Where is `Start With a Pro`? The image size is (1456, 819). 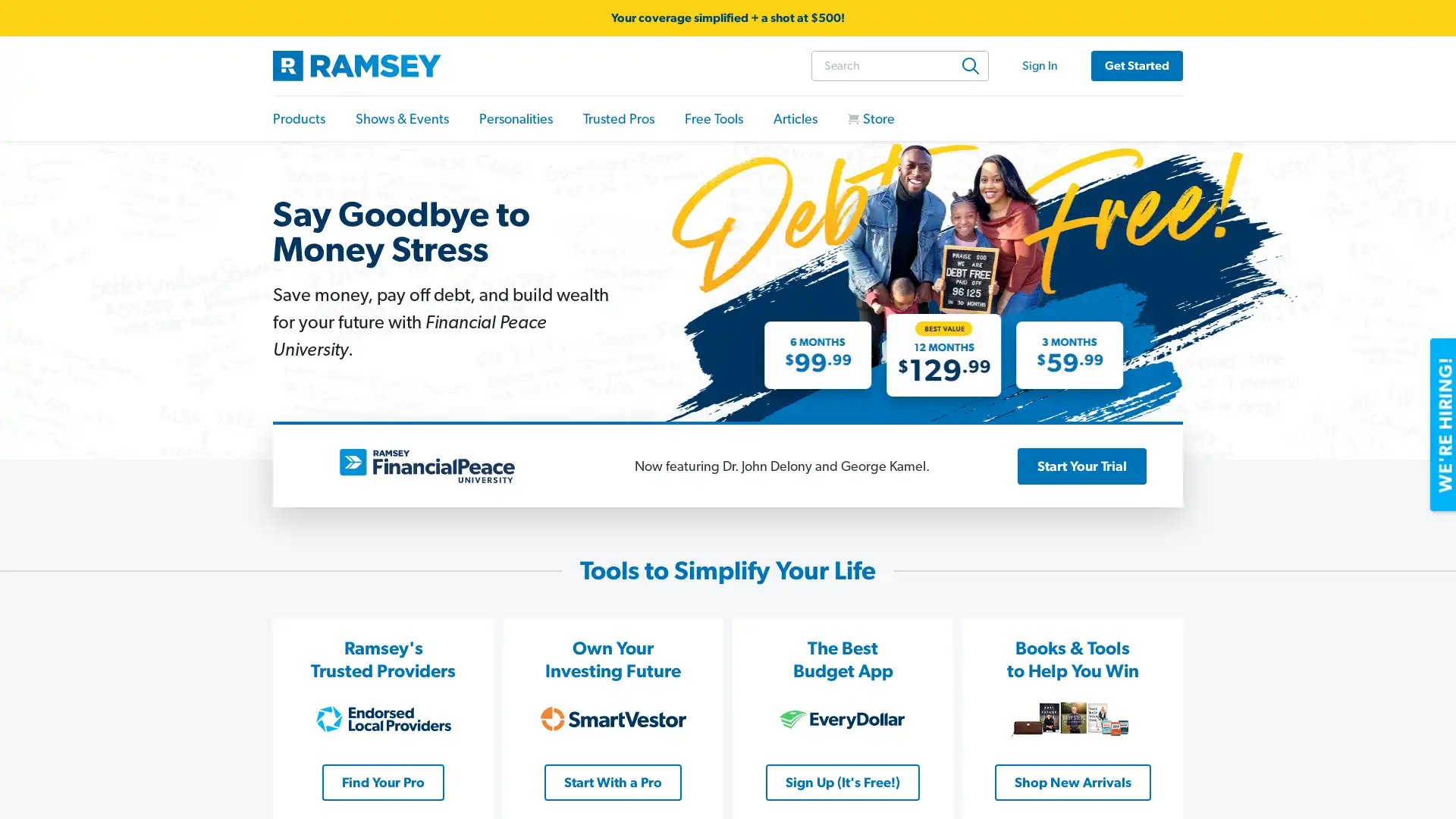
Start With a Pro is located at coordinates (613, 781).